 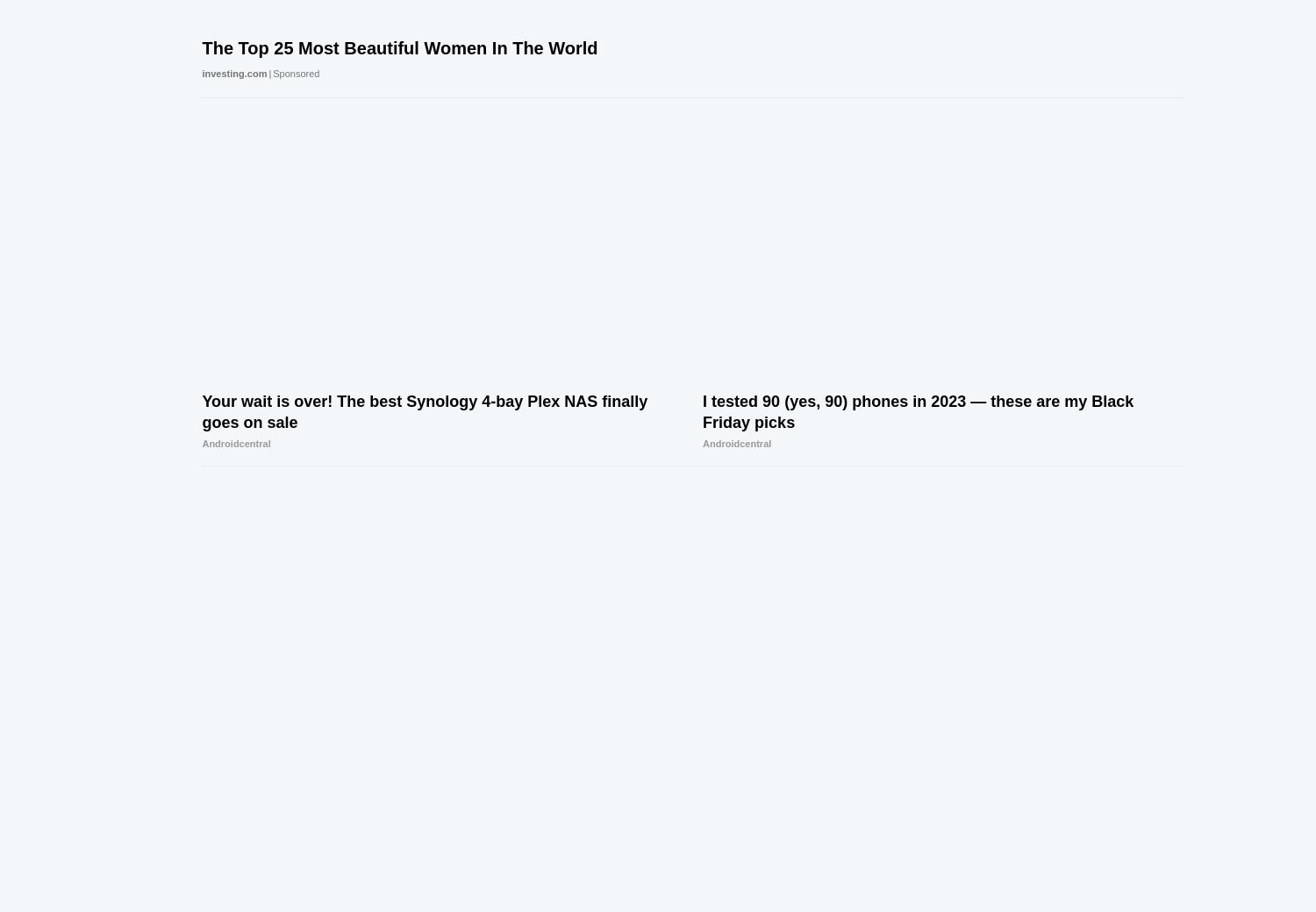 What do you see at coordinates (1127, 817) in the screenshot?
I see `'AndroidCentral'` at bounding box center [1127, 817].